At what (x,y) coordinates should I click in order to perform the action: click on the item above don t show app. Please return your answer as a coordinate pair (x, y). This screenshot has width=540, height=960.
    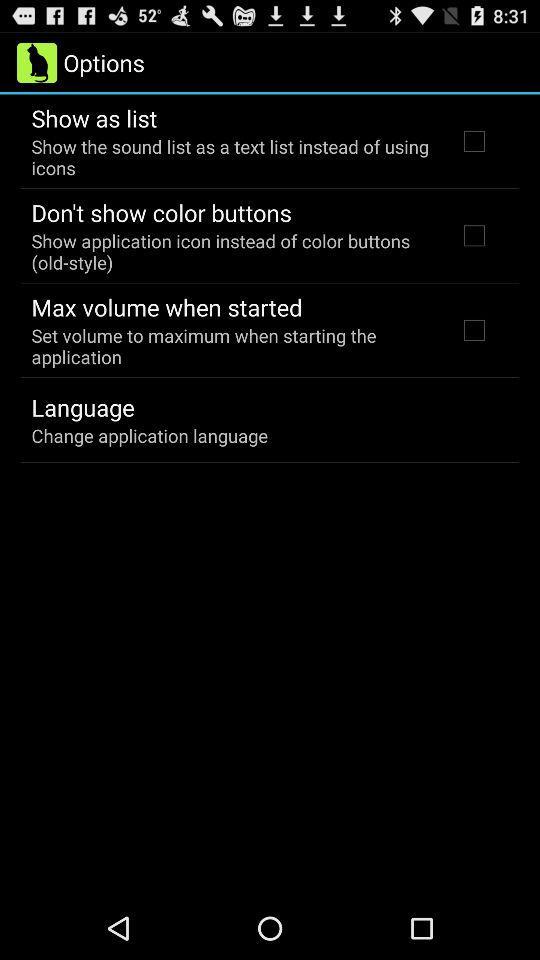
    Looking at the image, I should click on (230, 156).